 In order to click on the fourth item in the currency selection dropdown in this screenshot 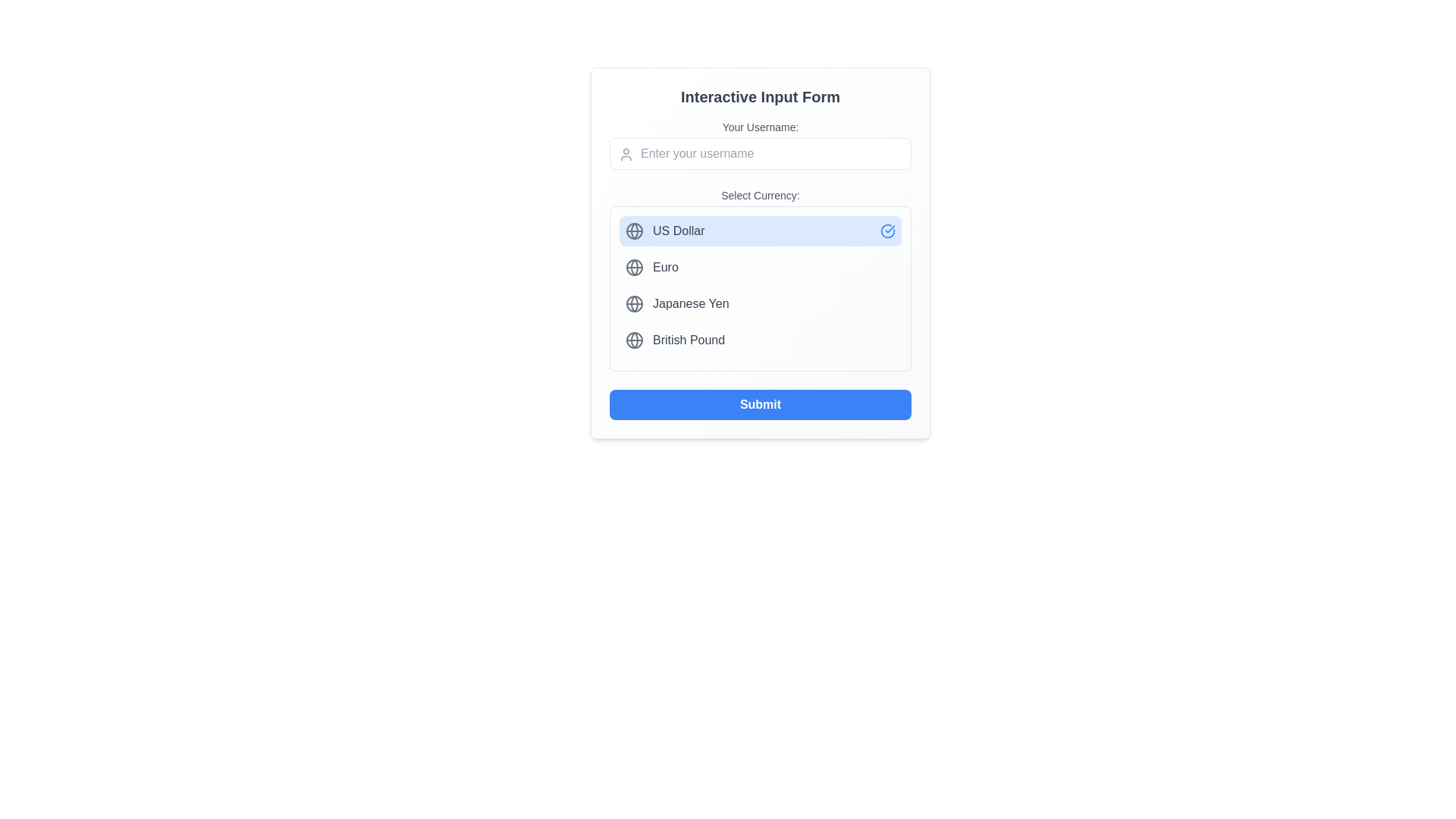, I will do `click(761, 339)`.